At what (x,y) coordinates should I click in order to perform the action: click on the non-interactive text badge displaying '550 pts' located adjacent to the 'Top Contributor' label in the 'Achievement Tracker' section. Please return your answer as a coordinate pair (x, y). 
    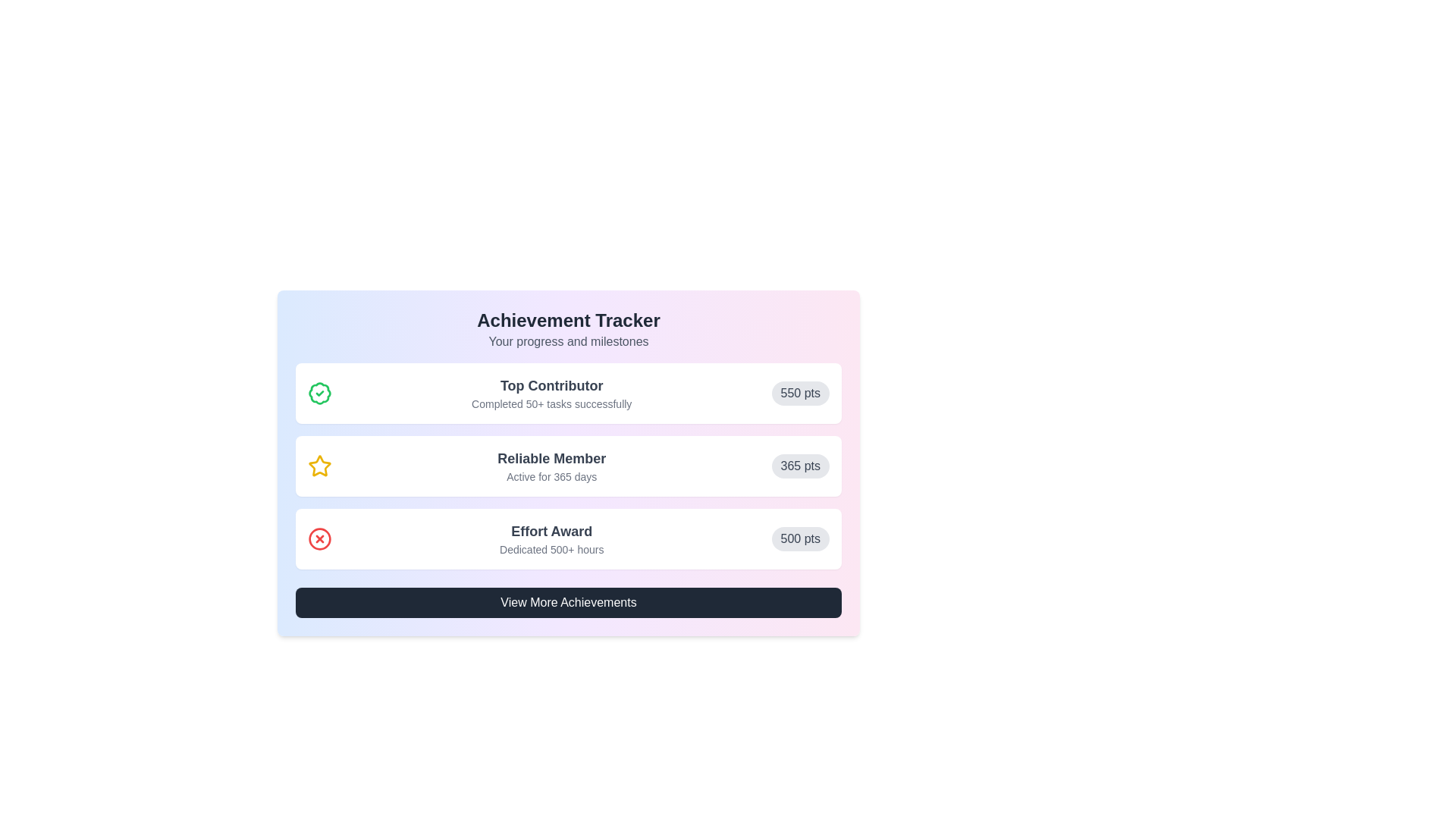
    Looking at the image, I should click on (799, 393).